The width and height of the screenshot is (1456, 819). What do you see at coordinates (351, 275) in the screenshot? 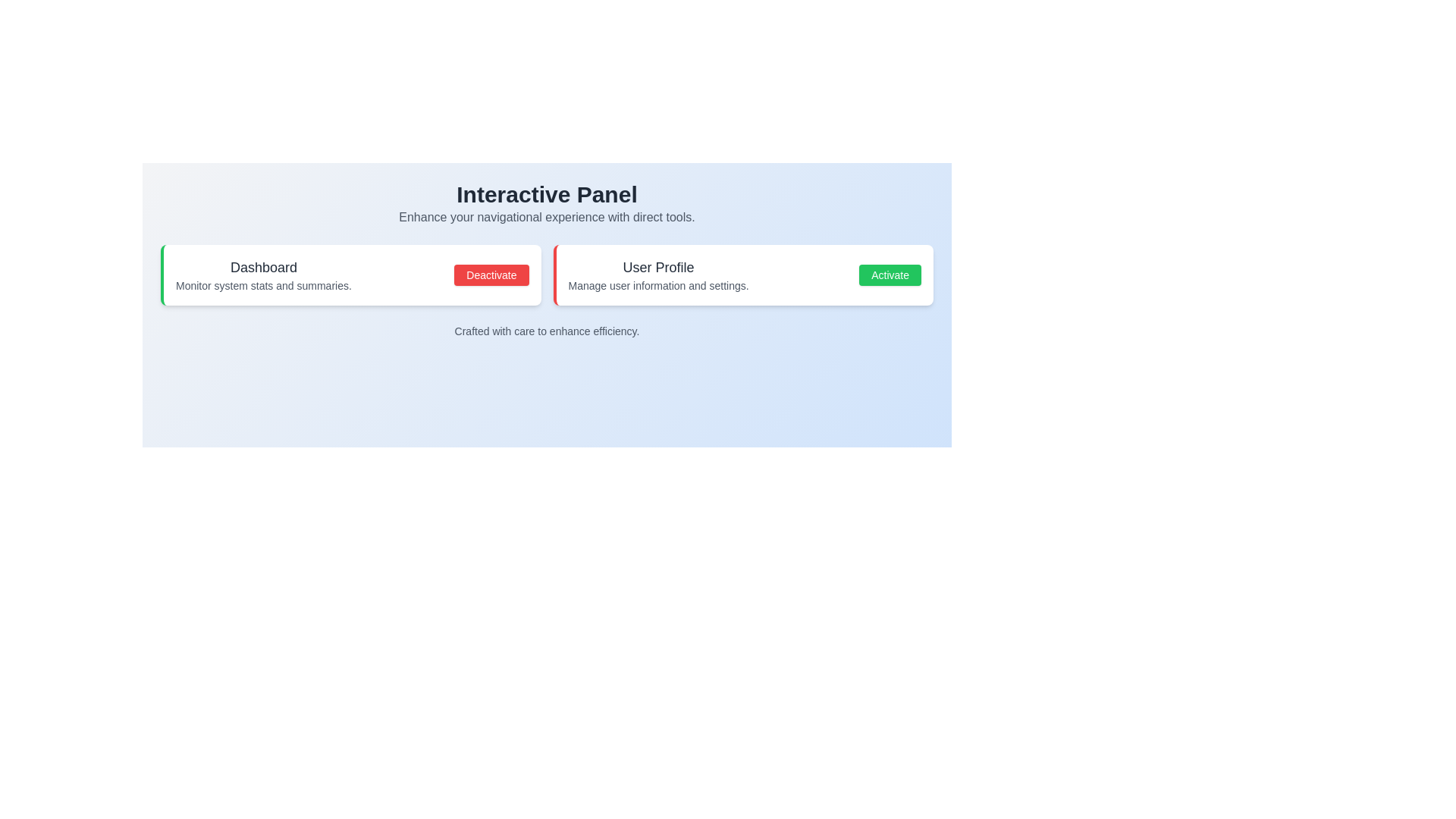
I see `informational text presented in the summary card for the 'Dashboard' feature, which includes a title, a descriptive subtitle, and the red 'Deactivate' button` at bounding box center [351, 275].